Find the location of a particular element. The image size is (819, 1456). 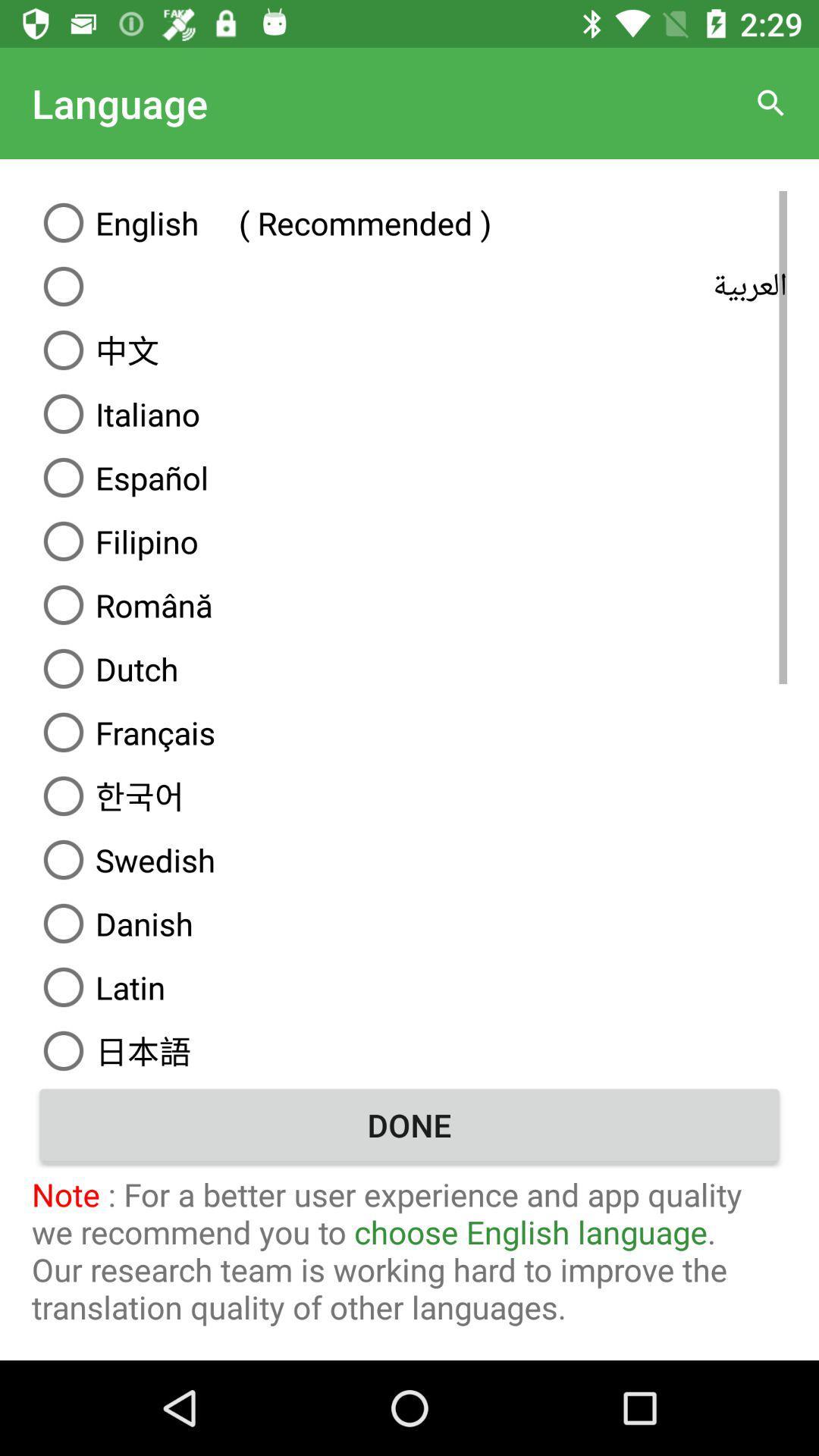

the option below filipino is located at coordinates (409, 604).